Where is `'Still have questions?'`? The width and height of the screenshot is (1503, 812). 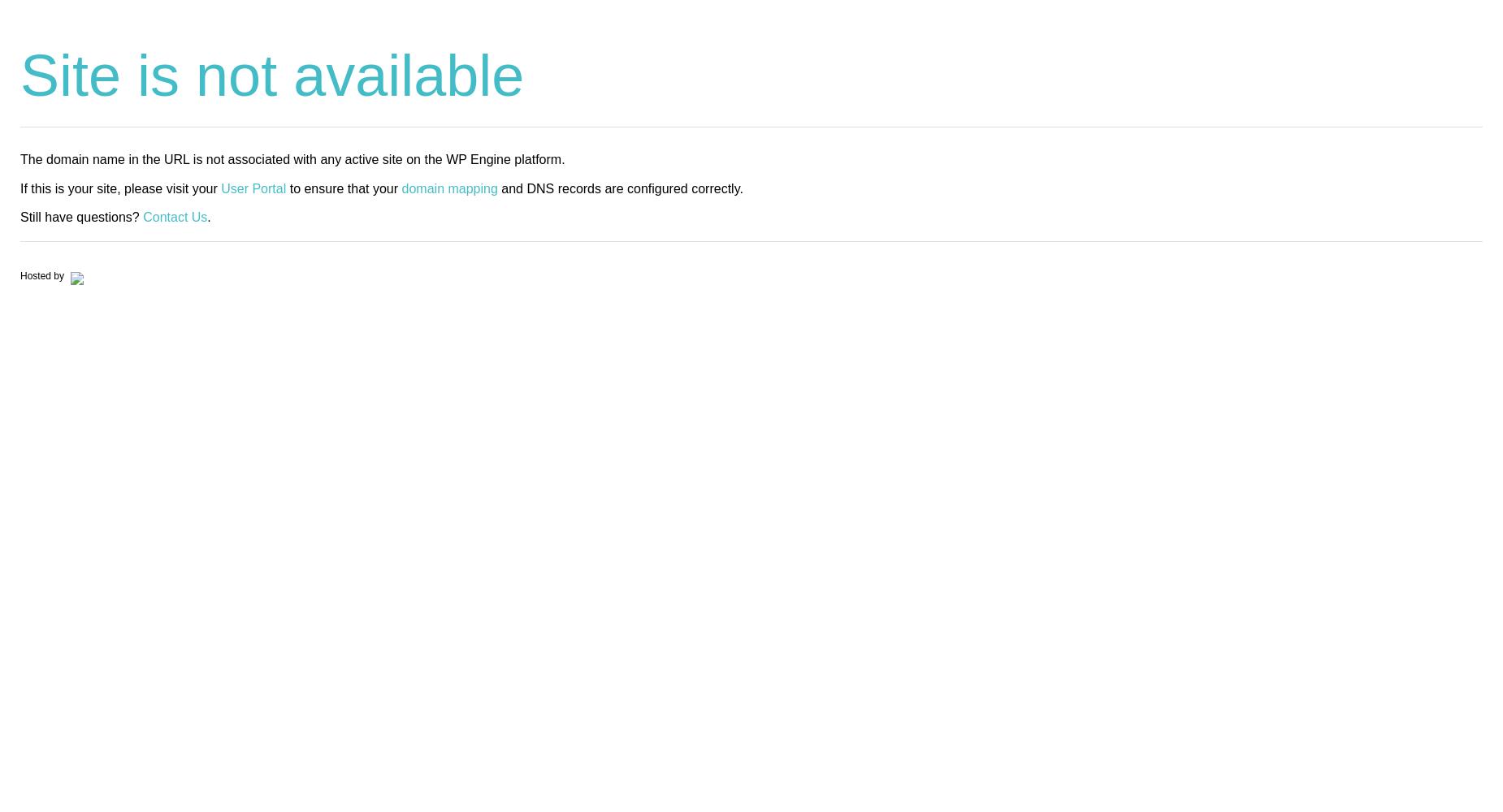 'Still have questions?' is located at coordinates (19, 216).